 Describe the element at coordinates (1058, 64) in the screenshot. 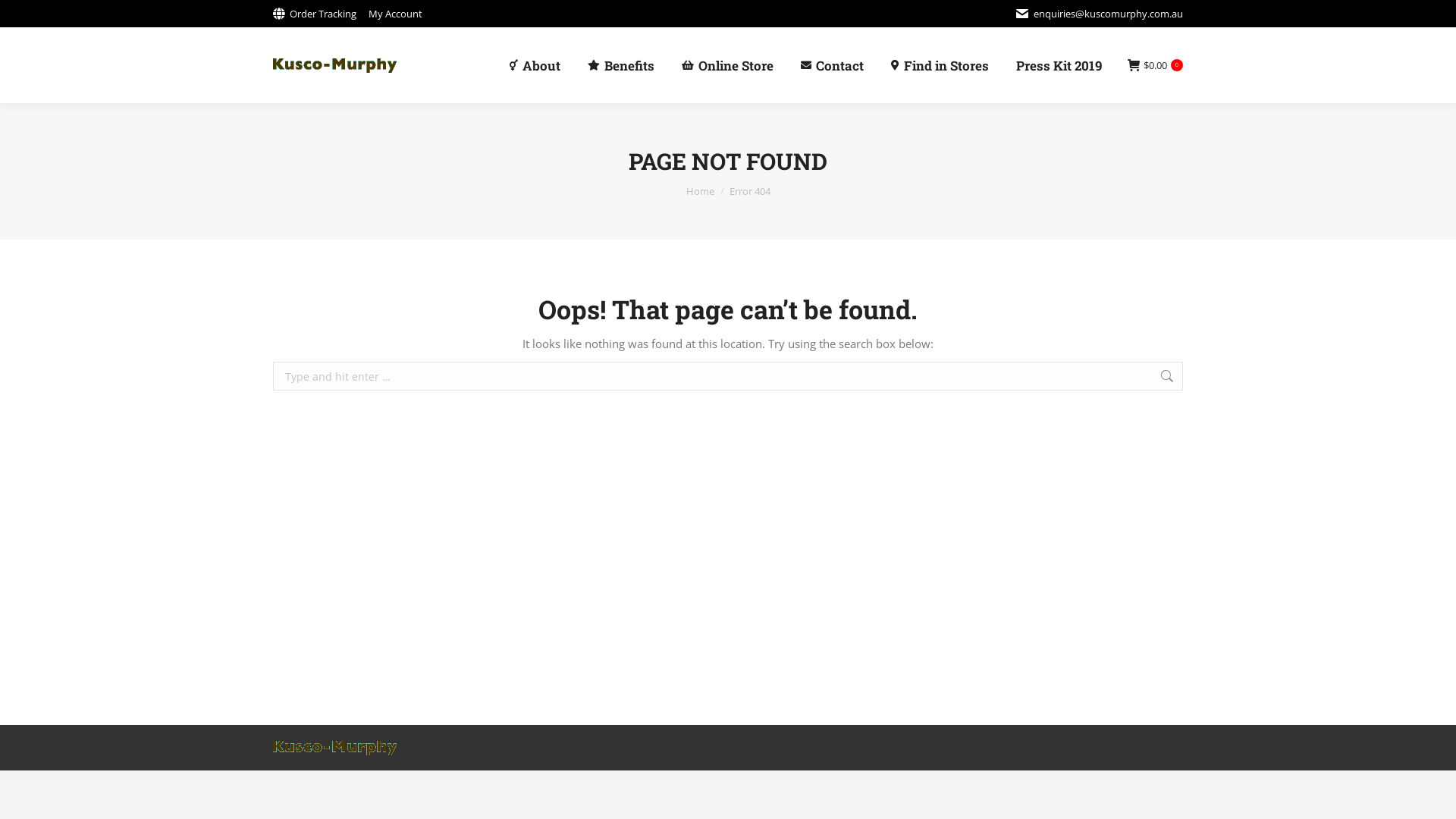

I see `'Press Kit 2019'` at that location.